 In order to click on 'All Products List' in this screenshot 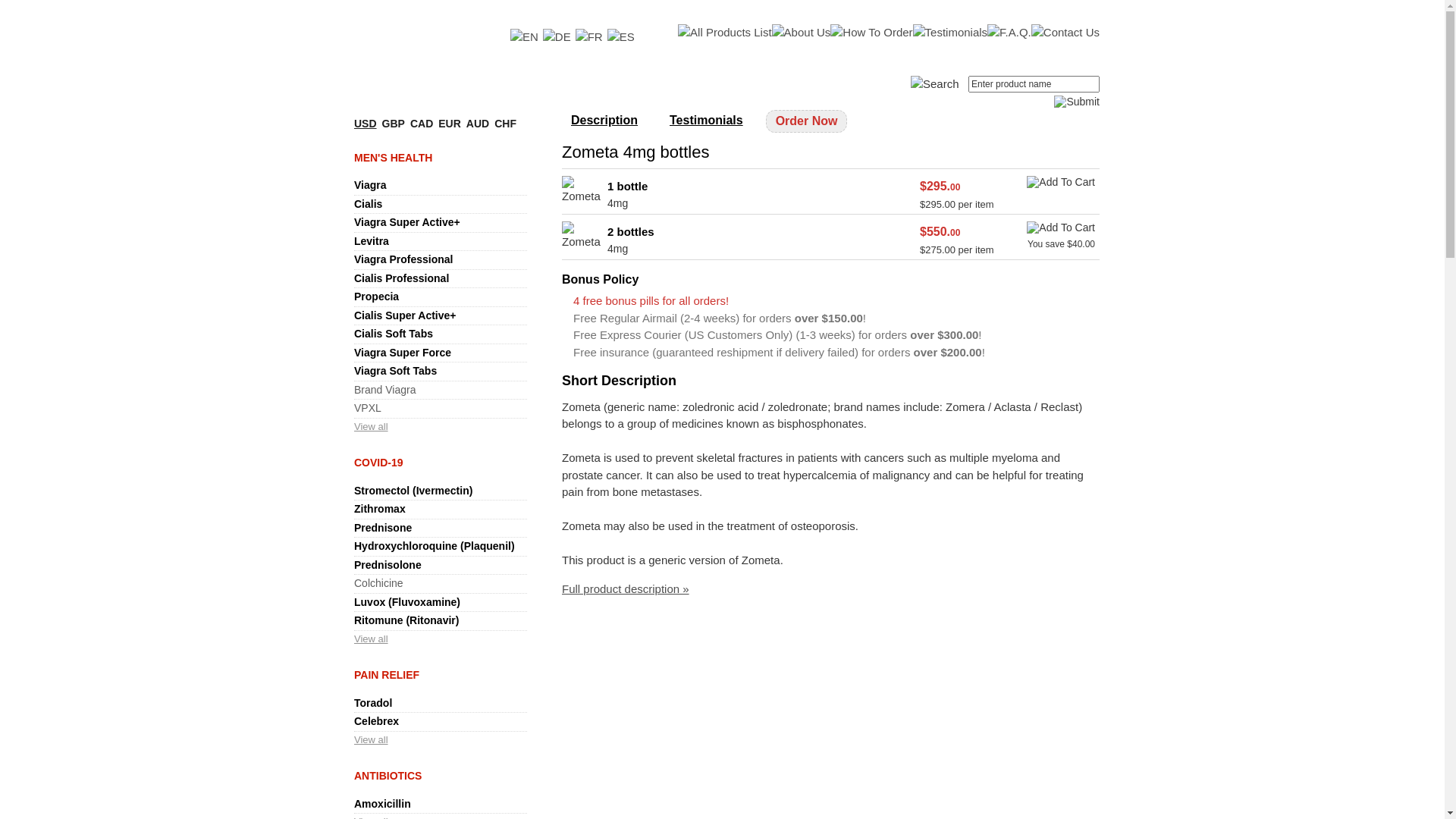, I will do `click(723, 33)`.